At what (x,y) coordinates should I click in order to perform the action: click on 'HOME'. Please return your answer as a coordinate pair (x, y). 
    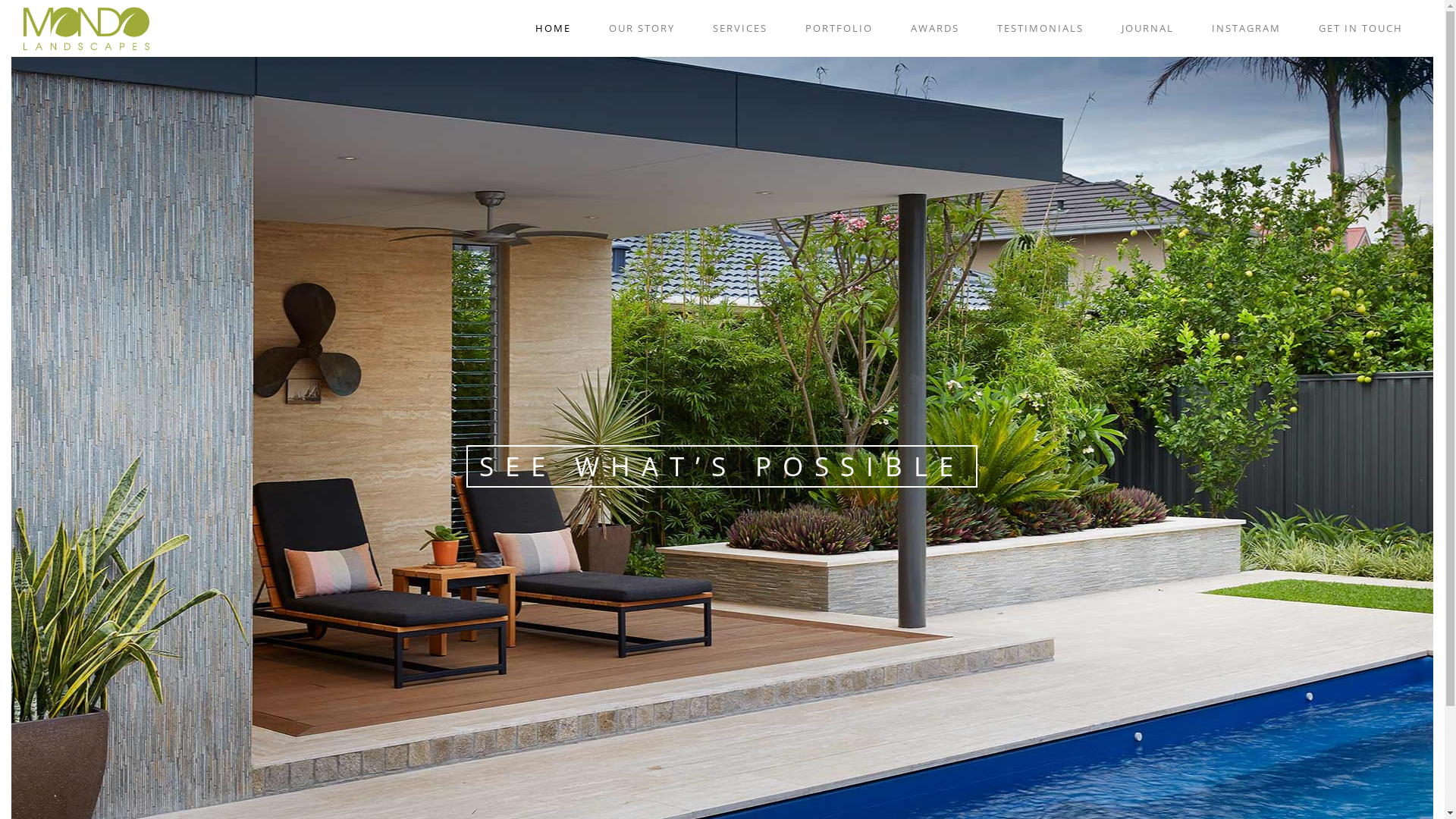
    Looking at the image, I should click on (516, 28).